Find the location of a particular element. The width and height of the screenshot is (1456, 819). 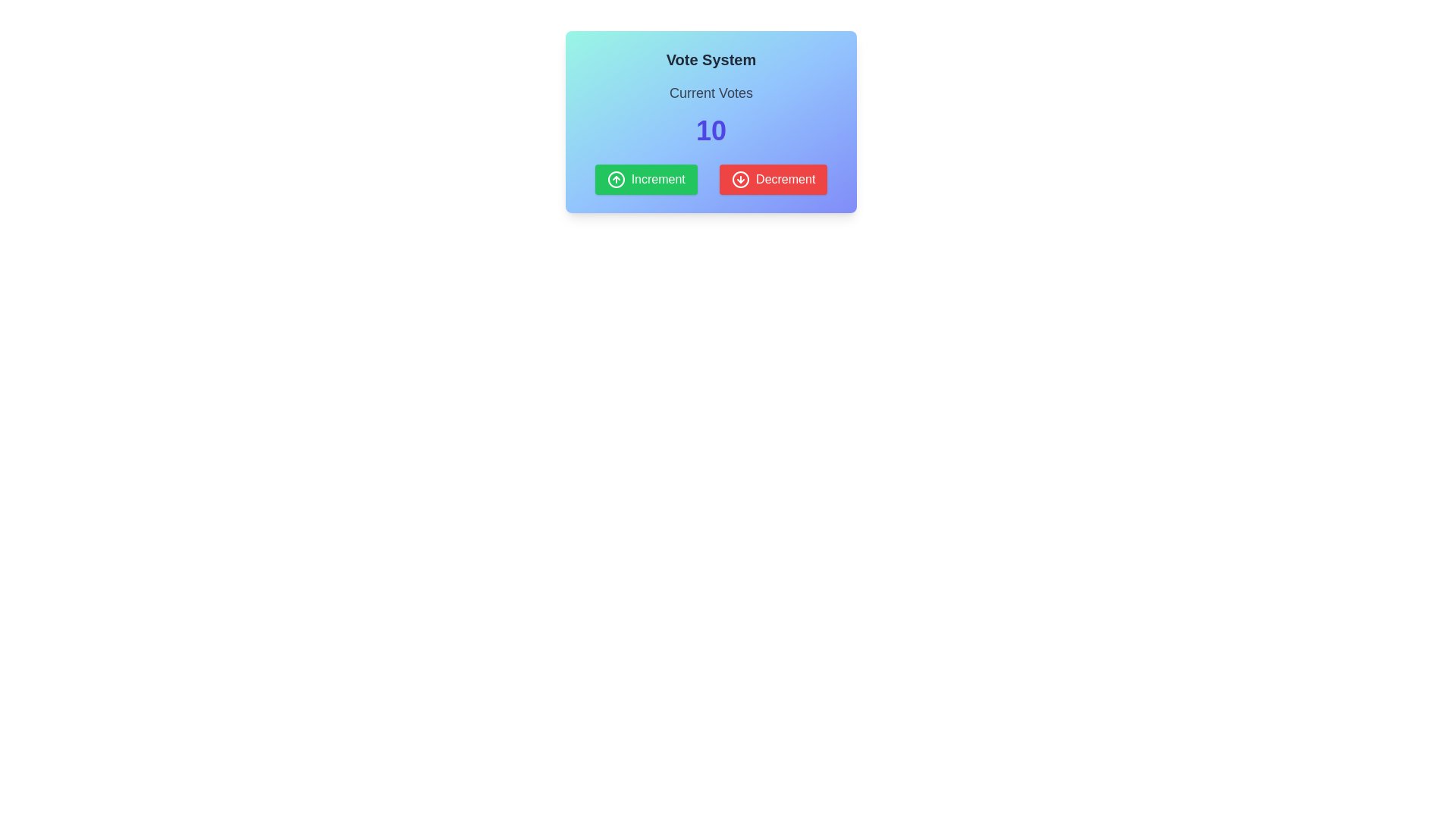

text heading at the top of the voting system interface, which indicates the context or theme of the interface is located at coordinates (710, 58).